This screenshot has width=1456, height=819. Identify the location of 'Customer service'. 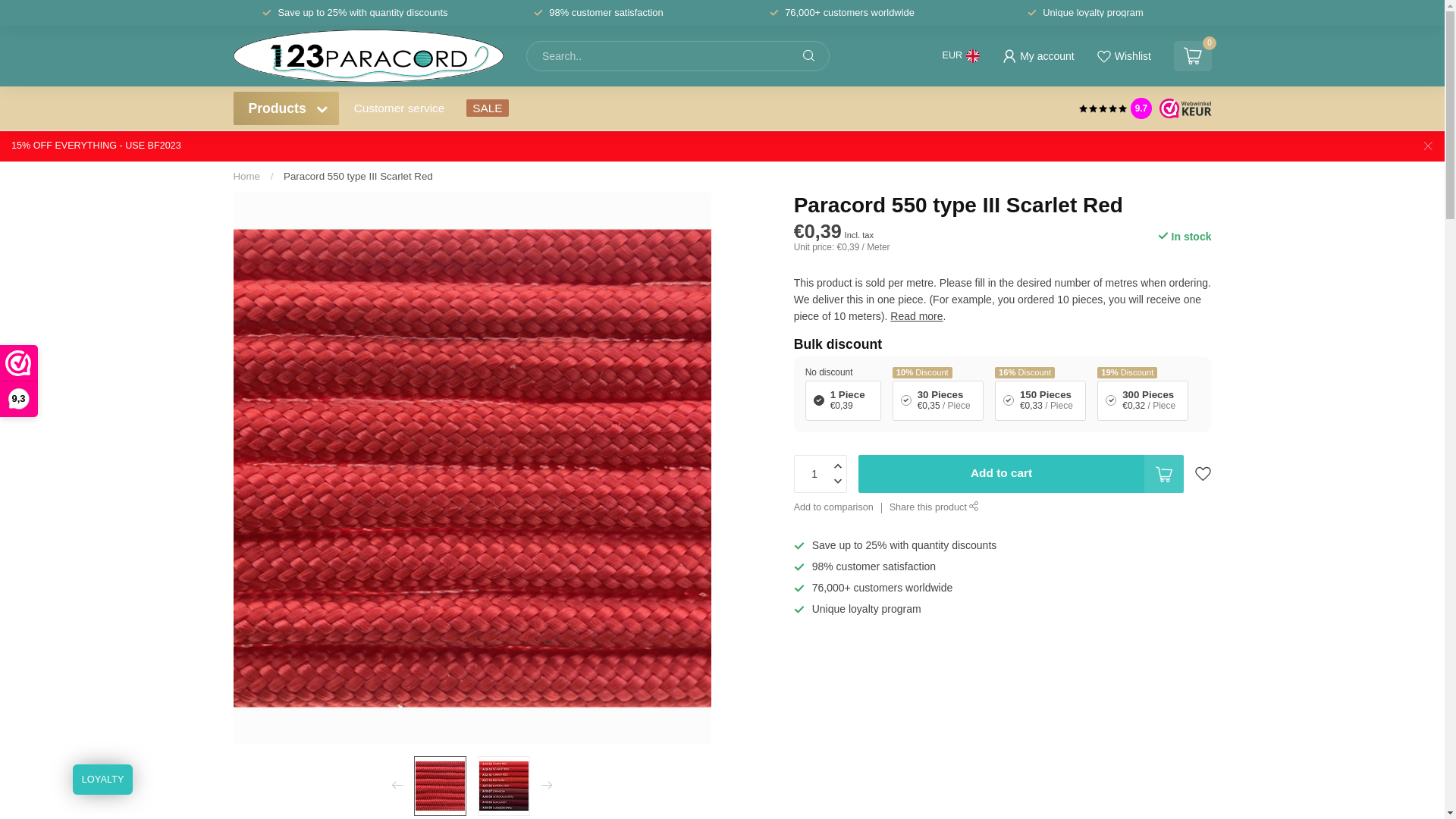
(400, 107).